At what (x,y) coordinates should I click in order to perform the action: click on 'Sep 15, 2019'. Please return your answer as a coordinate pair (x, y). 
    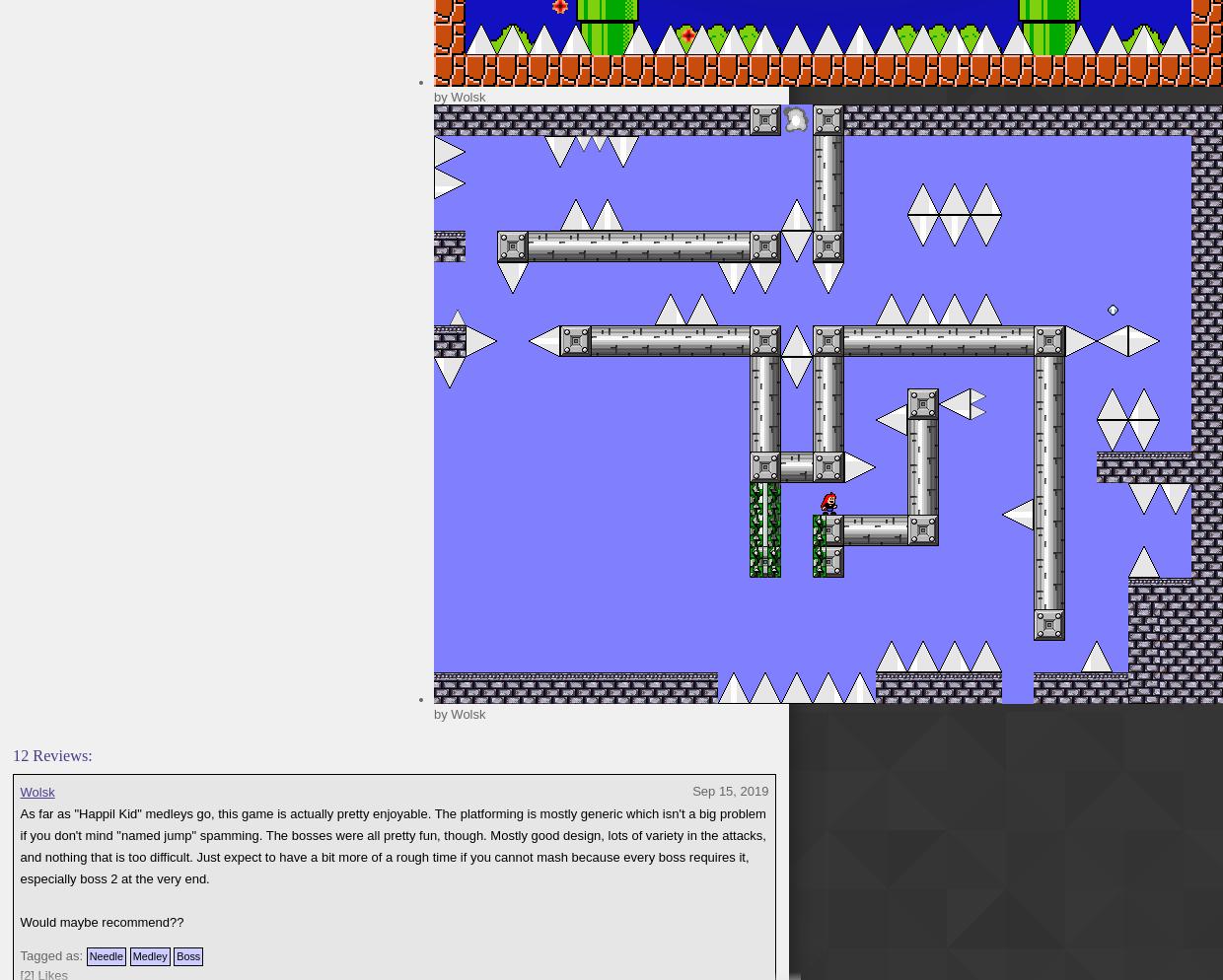
    Looking at the image, I should click on (730, 790).